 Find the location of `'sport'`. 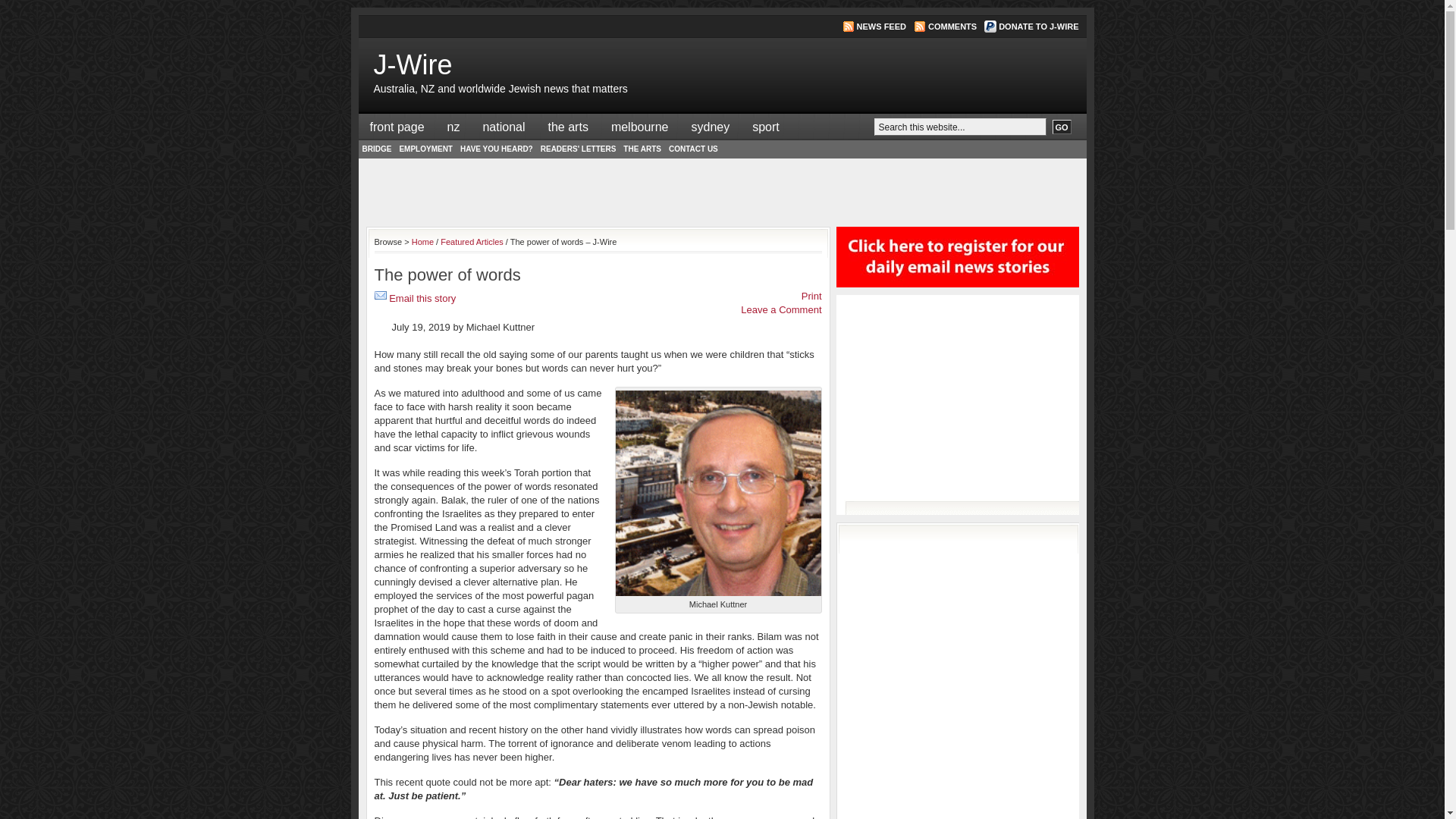

'sport' is located at coordinates (765, 126).